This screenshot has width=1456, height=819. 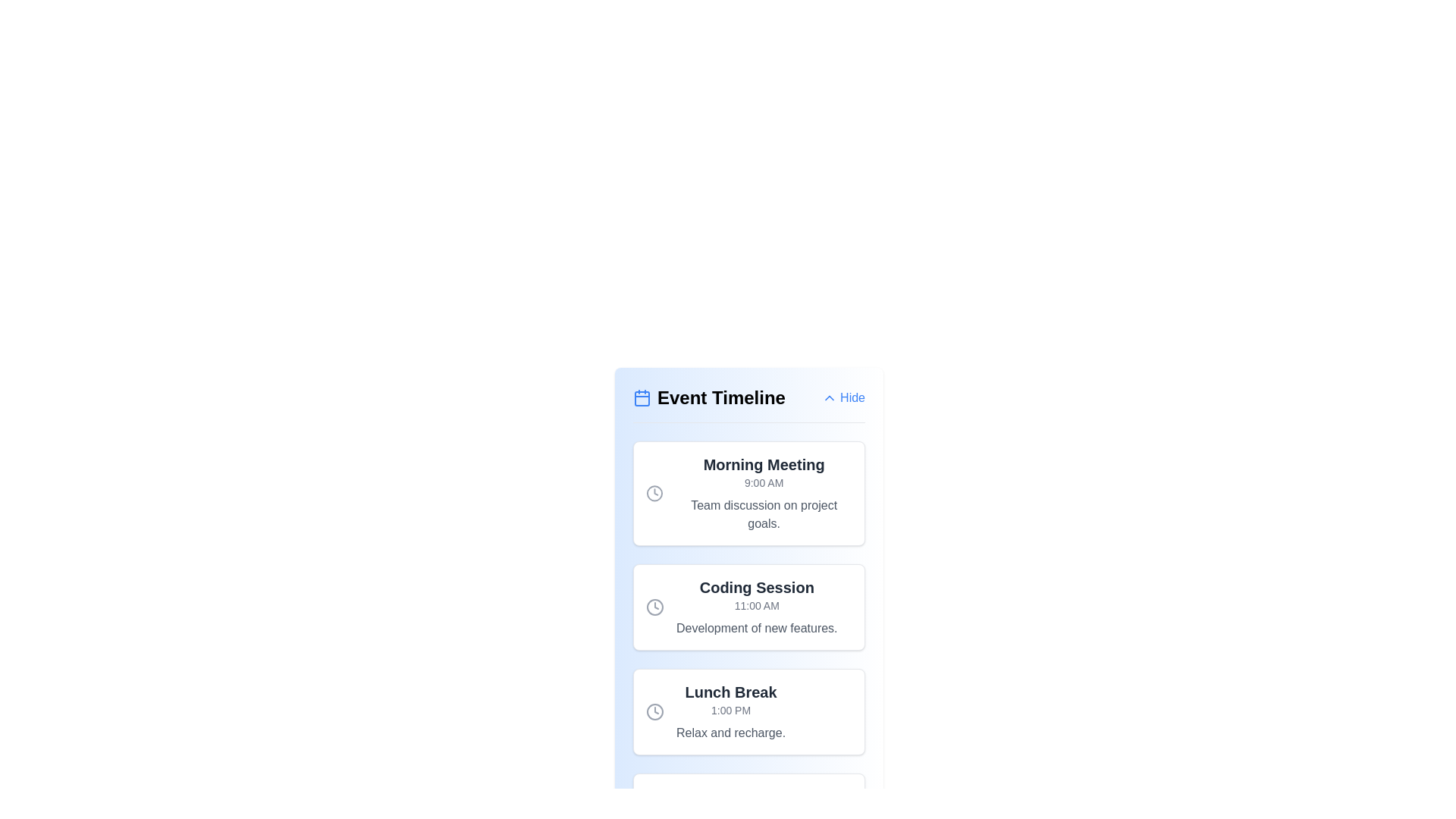 What do you see at coordinates (757, 607) in the screenshot?
I see `the Text display component featuring the title 'Coding Session', the time '11:00 AM', and the description 'Development of new features.' located in the second card of the vertical timeline interface` at bounding box center [757, 607].